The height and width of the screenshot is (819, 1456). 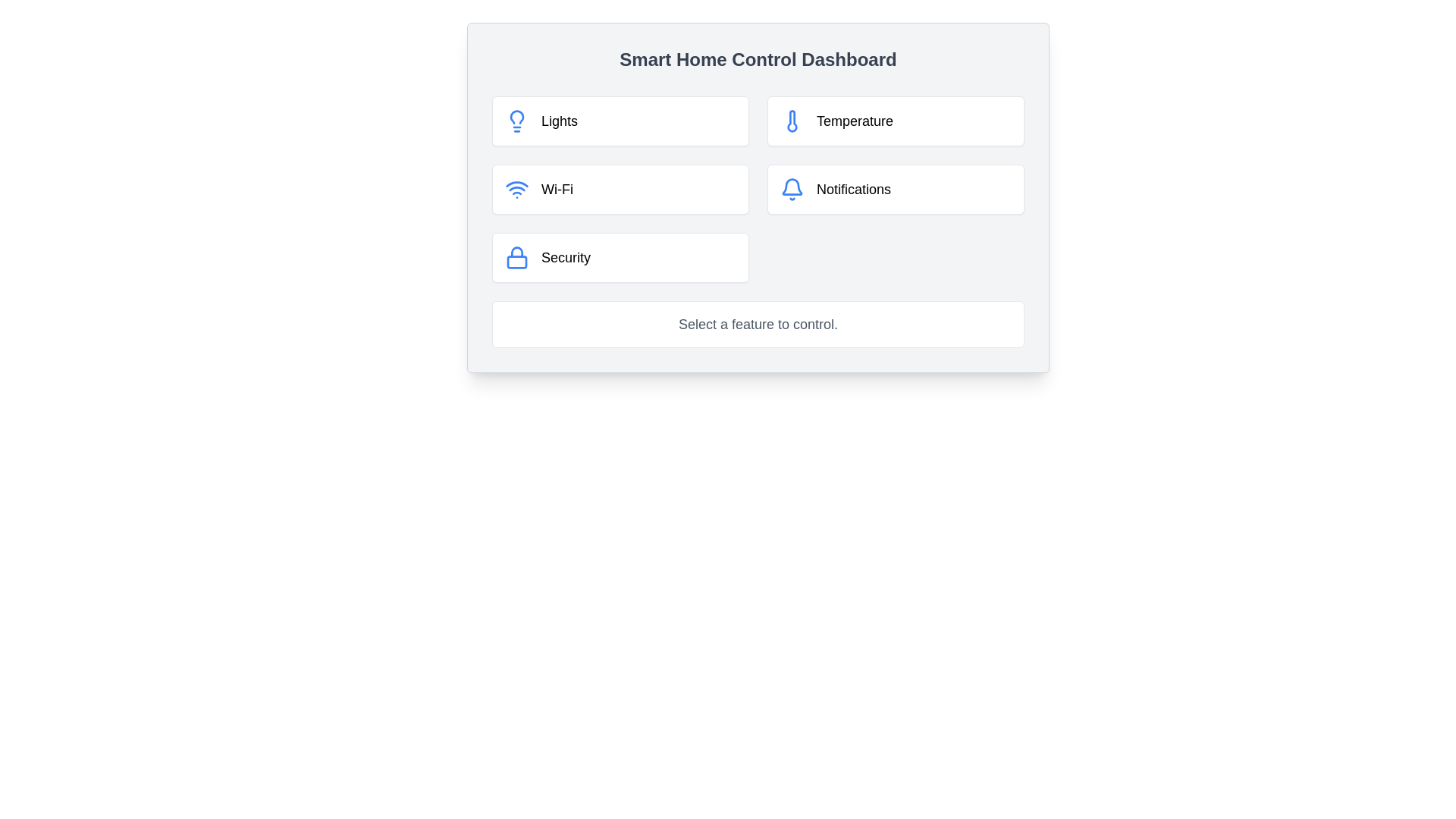 I want to click on the blue Wi-Fi icon located on the left side of the 'Wi-Fi' card in the dashboard, which is styled with a clean, modern design and features concentric arcs above a circular dot, so click(x=516, y=189).